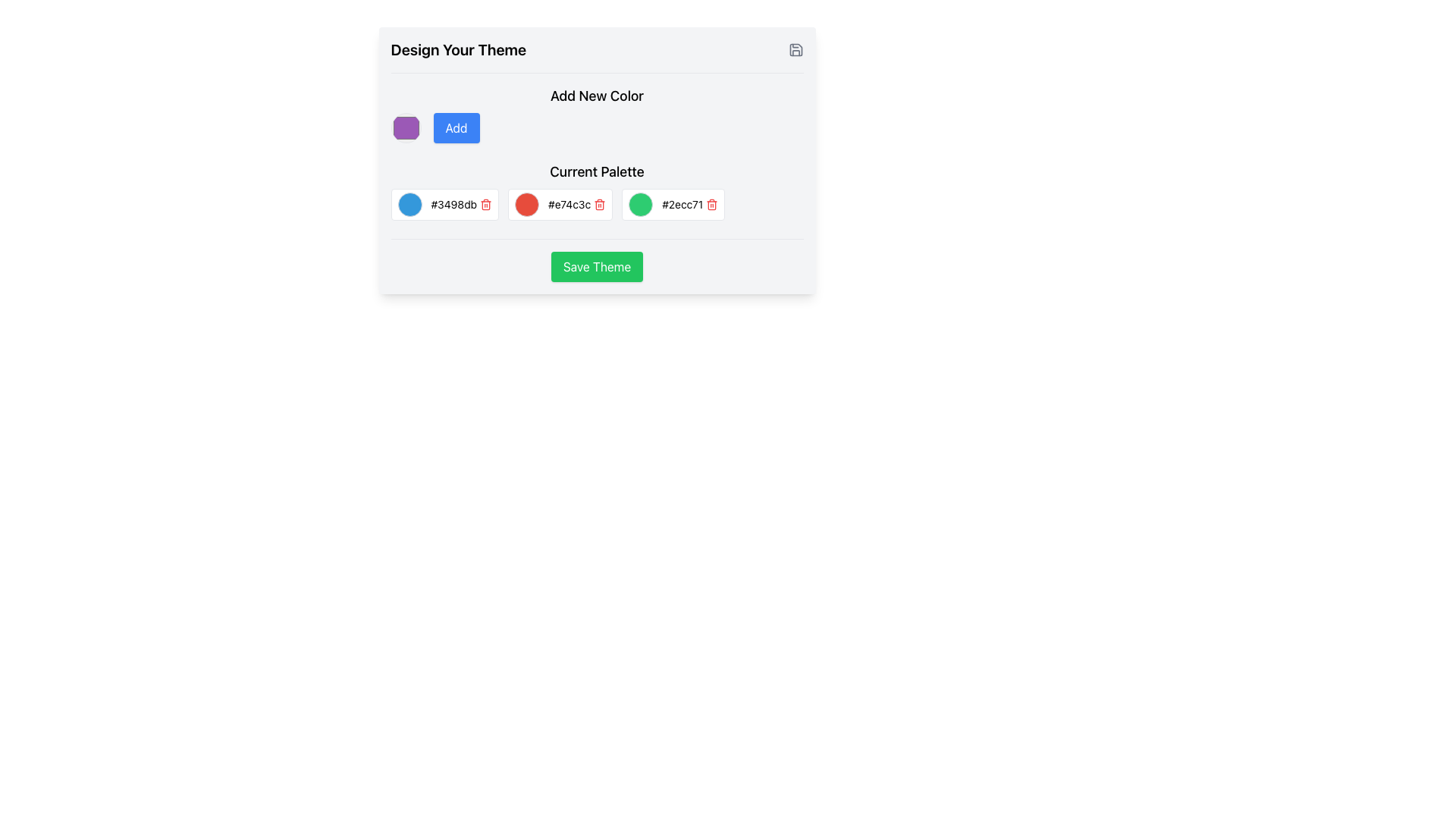  What do you see at coordinates (596, 127) in the screenshot?
I see `the rounded purple color button located to the left of the blue 'Add' button within the 'Add New Color' interface` at bounding box center [596, 127].